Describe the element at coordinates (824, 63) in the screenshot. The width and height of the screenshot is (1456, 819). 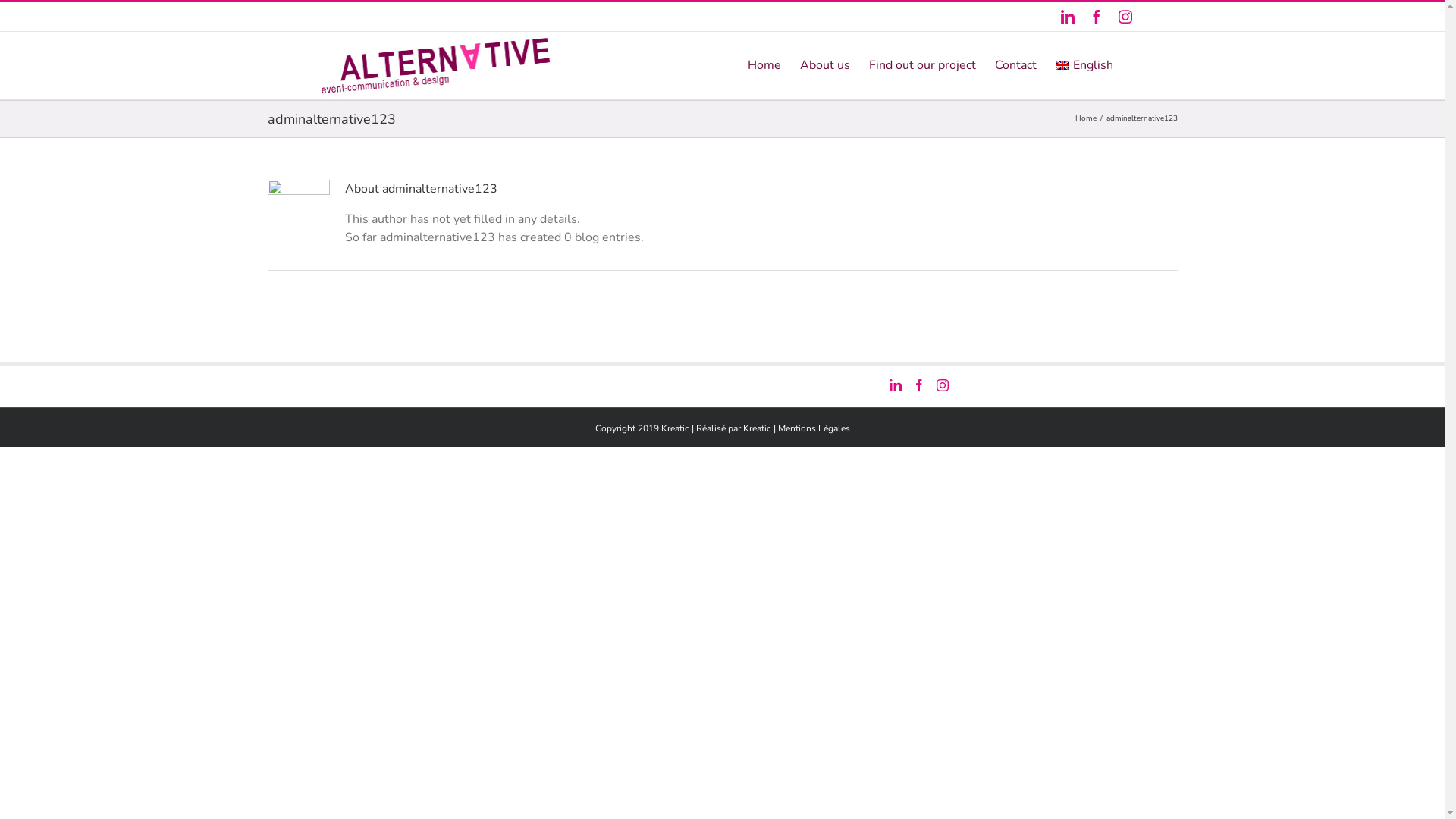
I see `'About us'` at that location.